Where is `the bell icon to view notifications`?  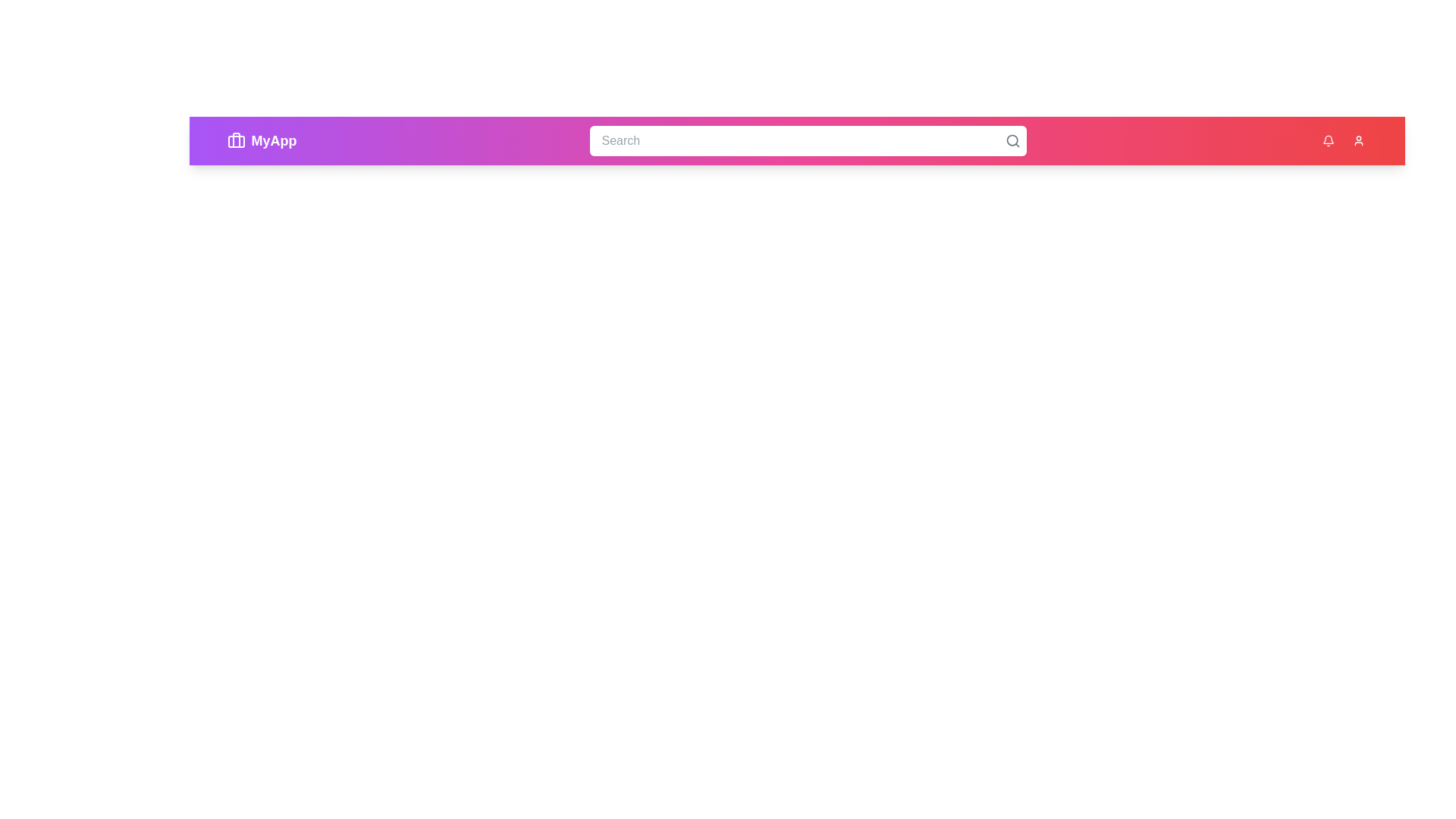
the bell icon to view notifications is located at coordinates (1327, 140).